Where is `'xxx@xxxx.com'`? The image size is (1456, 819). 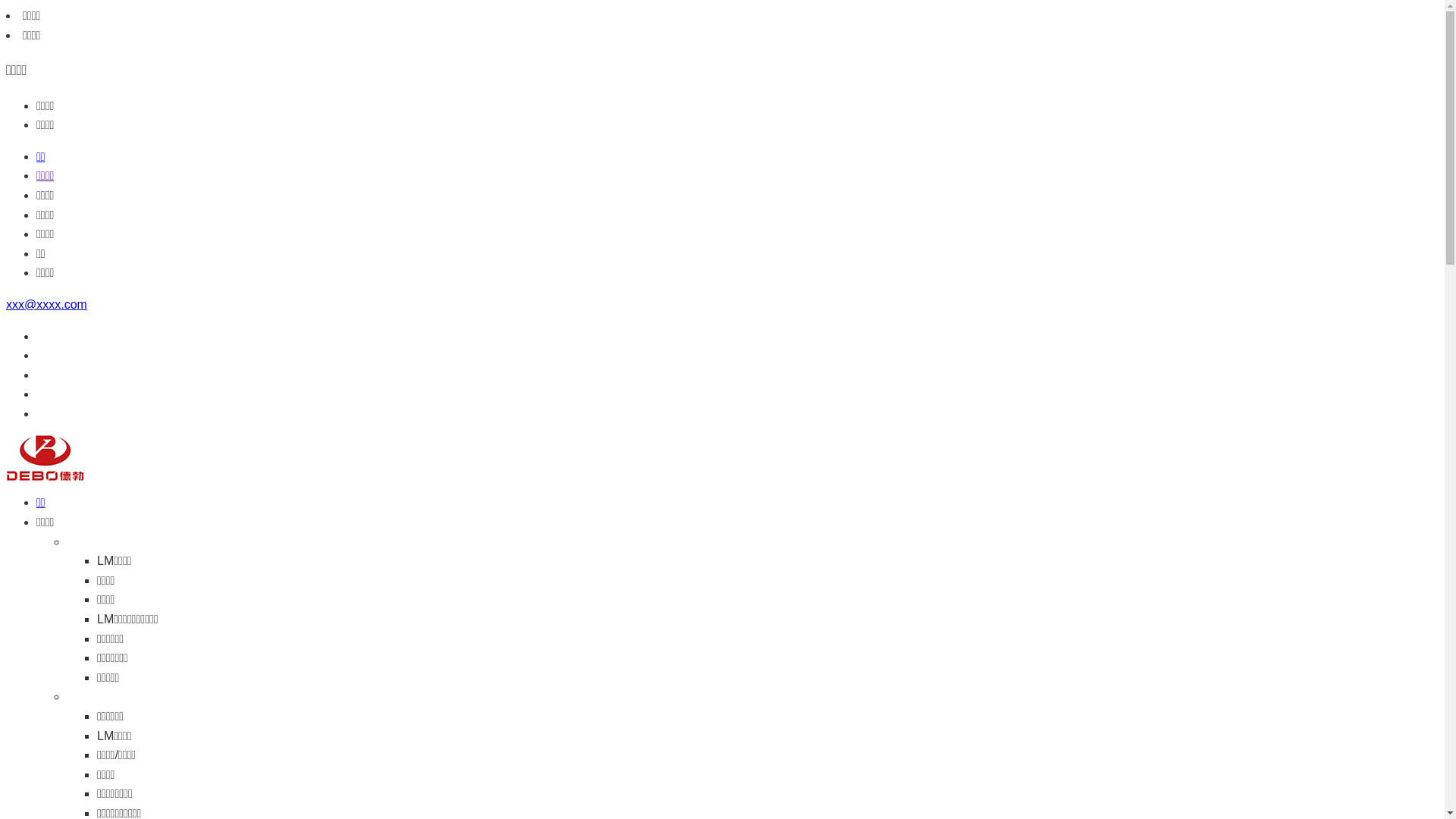 'xxx@xxxx.com' is located at coordinates (46, 304).